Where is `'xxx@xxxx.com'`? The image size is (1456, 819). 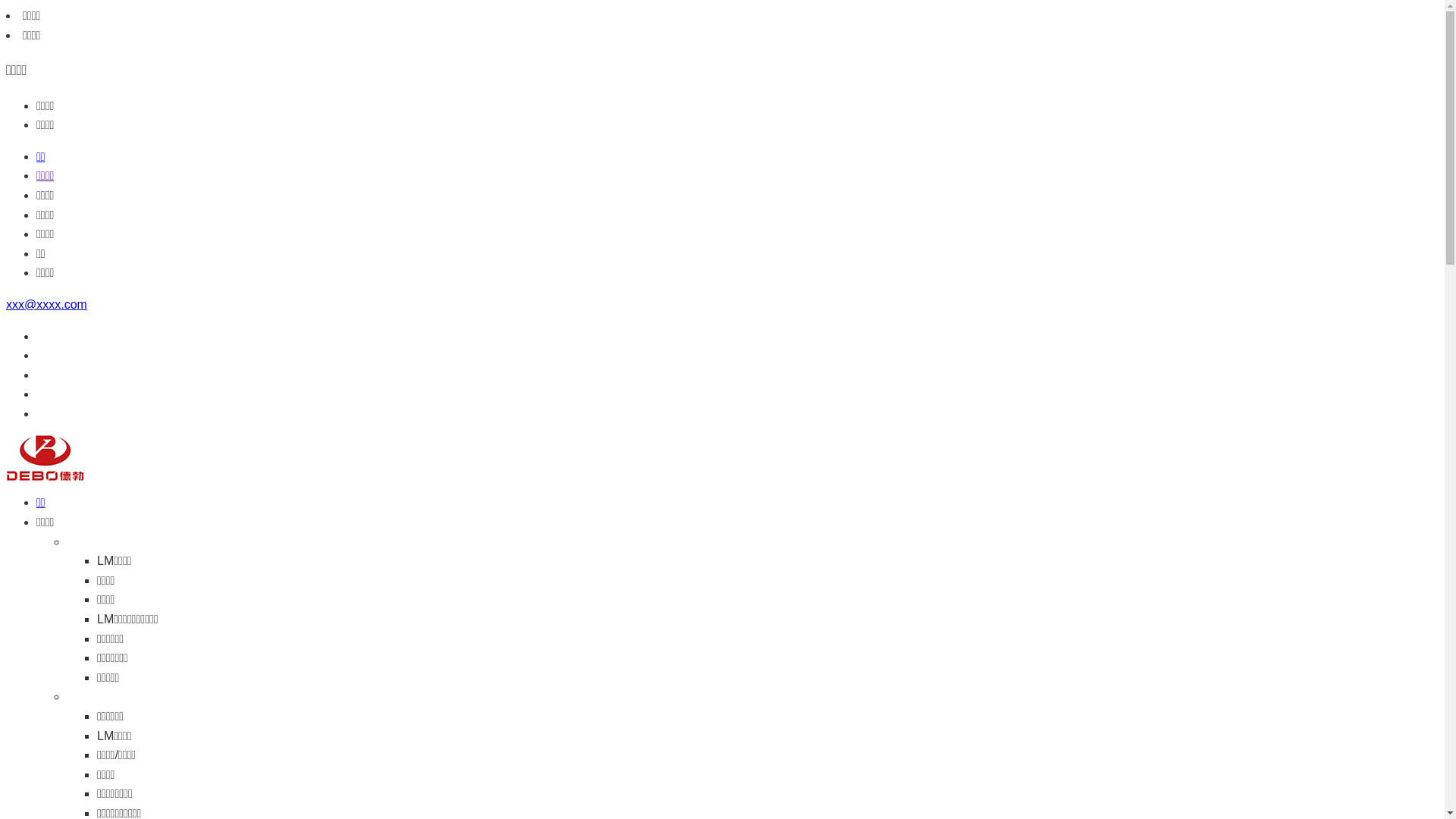 'xxx@xxxx.com' is located at coordinates (46, 304).